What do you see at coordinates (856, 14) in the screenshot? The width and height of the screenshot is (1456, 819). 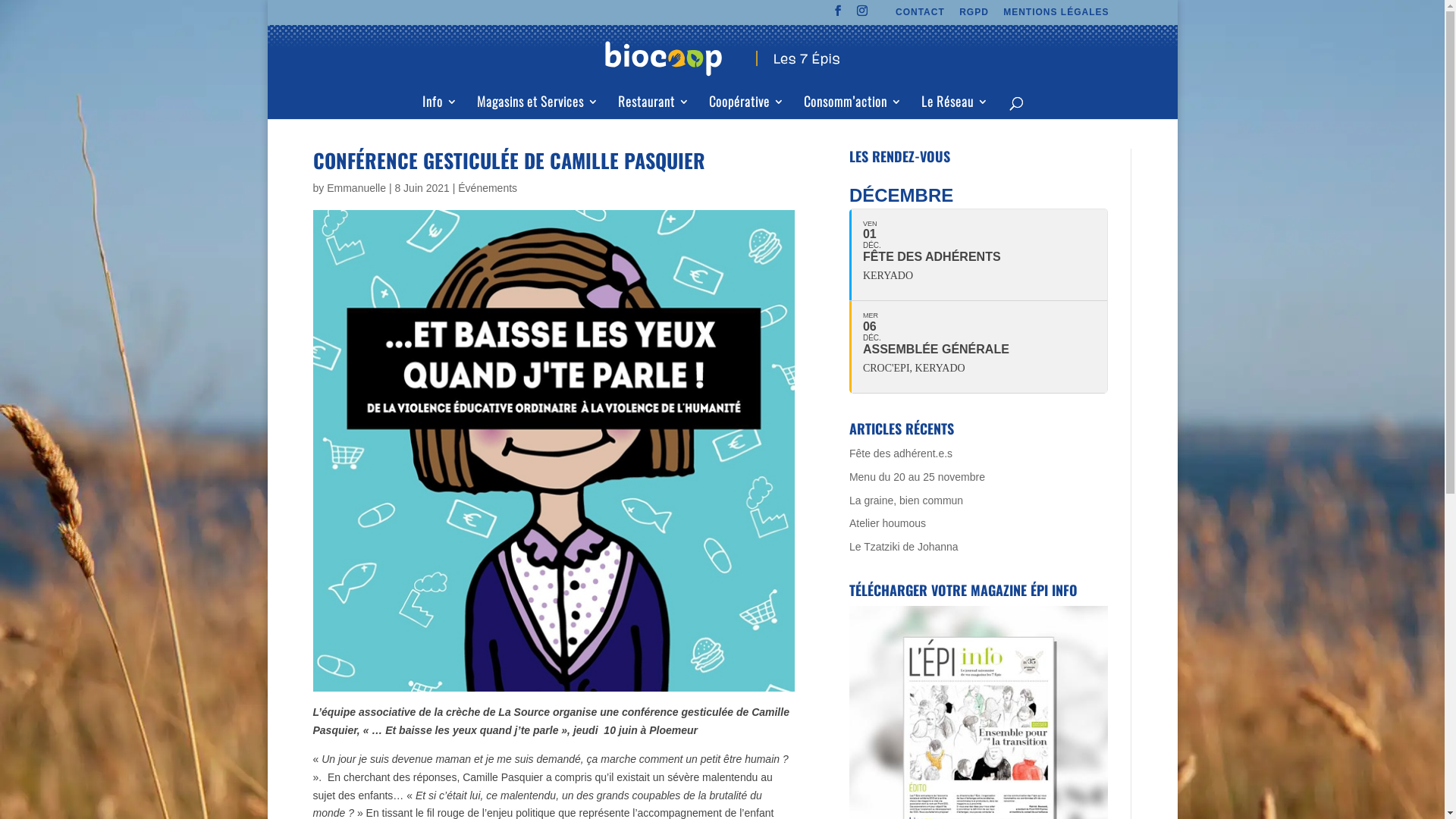 I see `'Lien Instagram alt='` at bounding box center [856, 14].